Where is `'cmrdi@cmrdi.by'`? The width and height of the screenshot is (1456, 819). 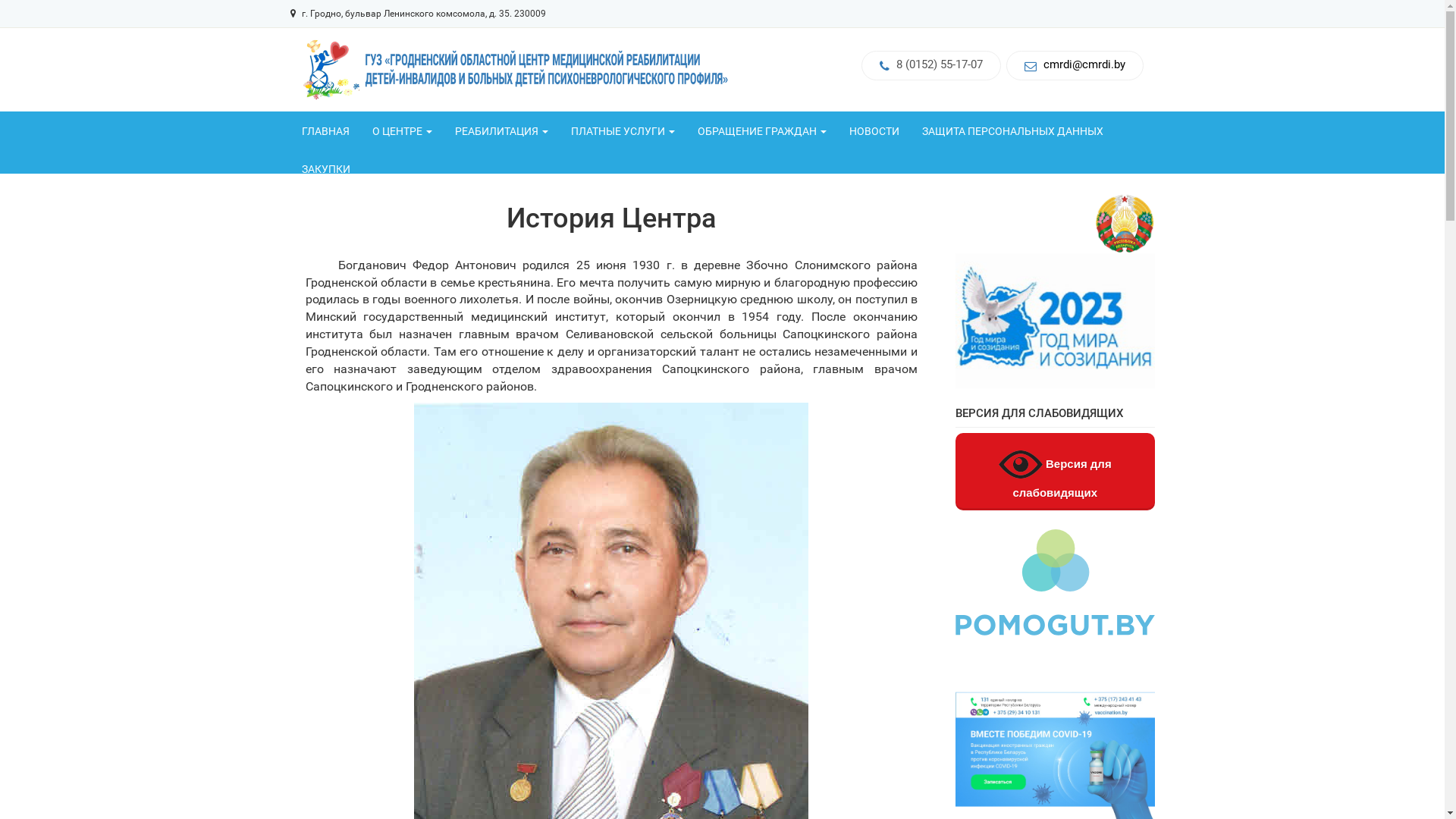 'cmrdi@cmrdi.by' is located at coordinates (1084, 64).